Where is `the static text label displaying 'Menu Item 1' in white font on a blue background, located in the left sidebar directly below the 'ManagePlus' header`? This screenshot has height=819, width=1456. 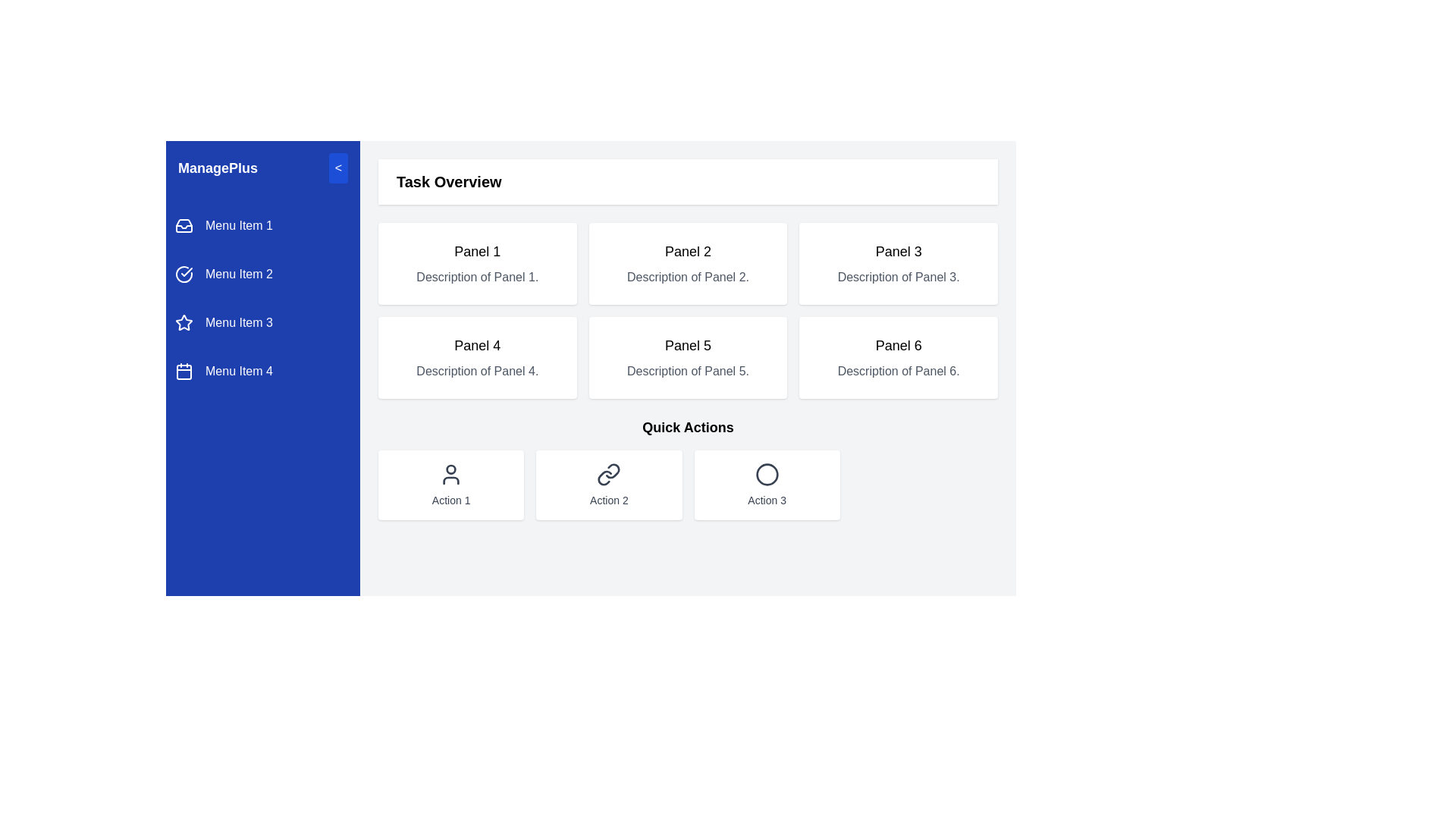 the static text label displaying 'Menu Item 1' in white font on a blue background, located in the left sidebar directly below the 'ManagePlus' header is located at coordinates (238, 225).